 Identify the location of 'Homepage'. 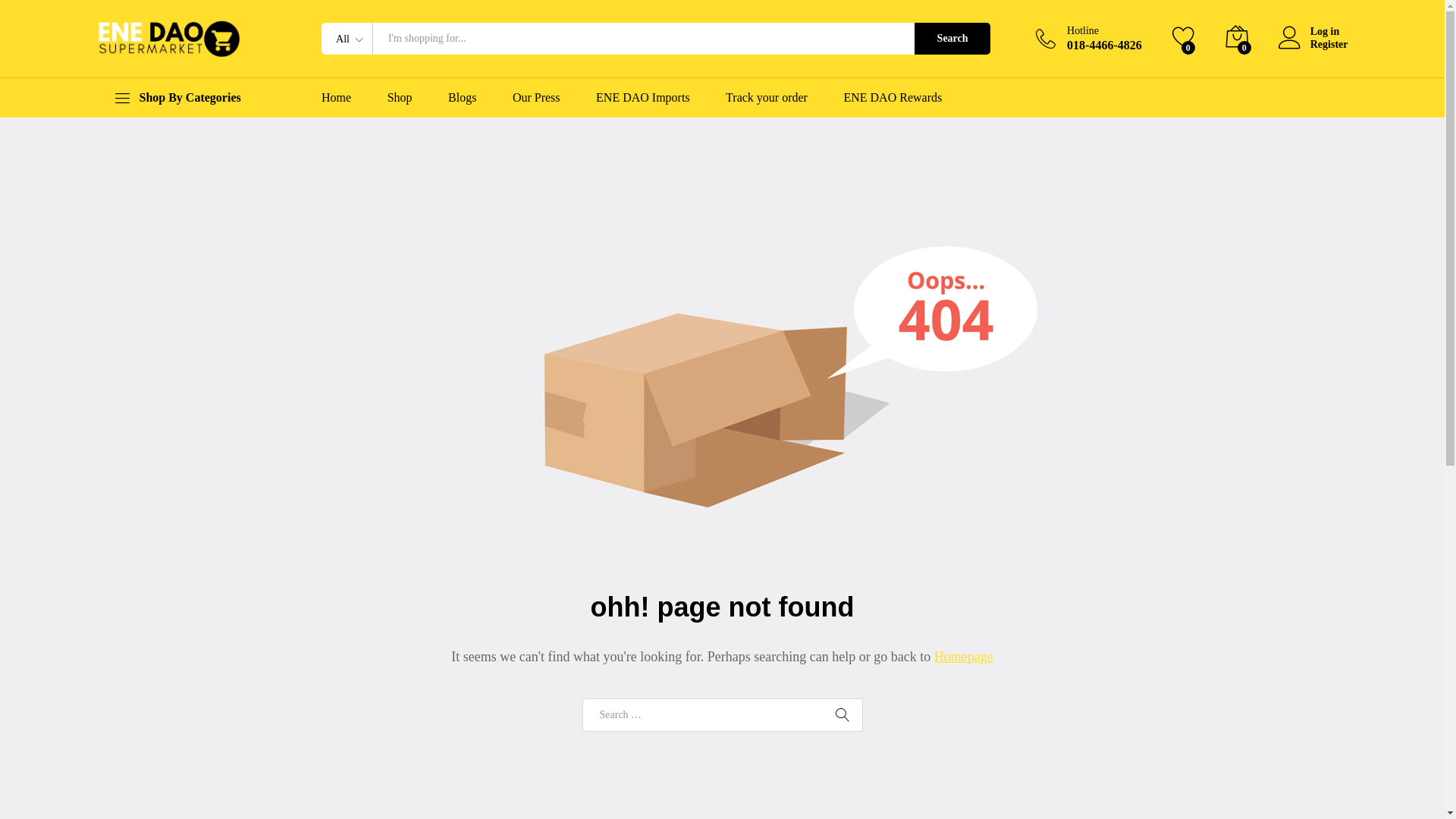
(963, 656).